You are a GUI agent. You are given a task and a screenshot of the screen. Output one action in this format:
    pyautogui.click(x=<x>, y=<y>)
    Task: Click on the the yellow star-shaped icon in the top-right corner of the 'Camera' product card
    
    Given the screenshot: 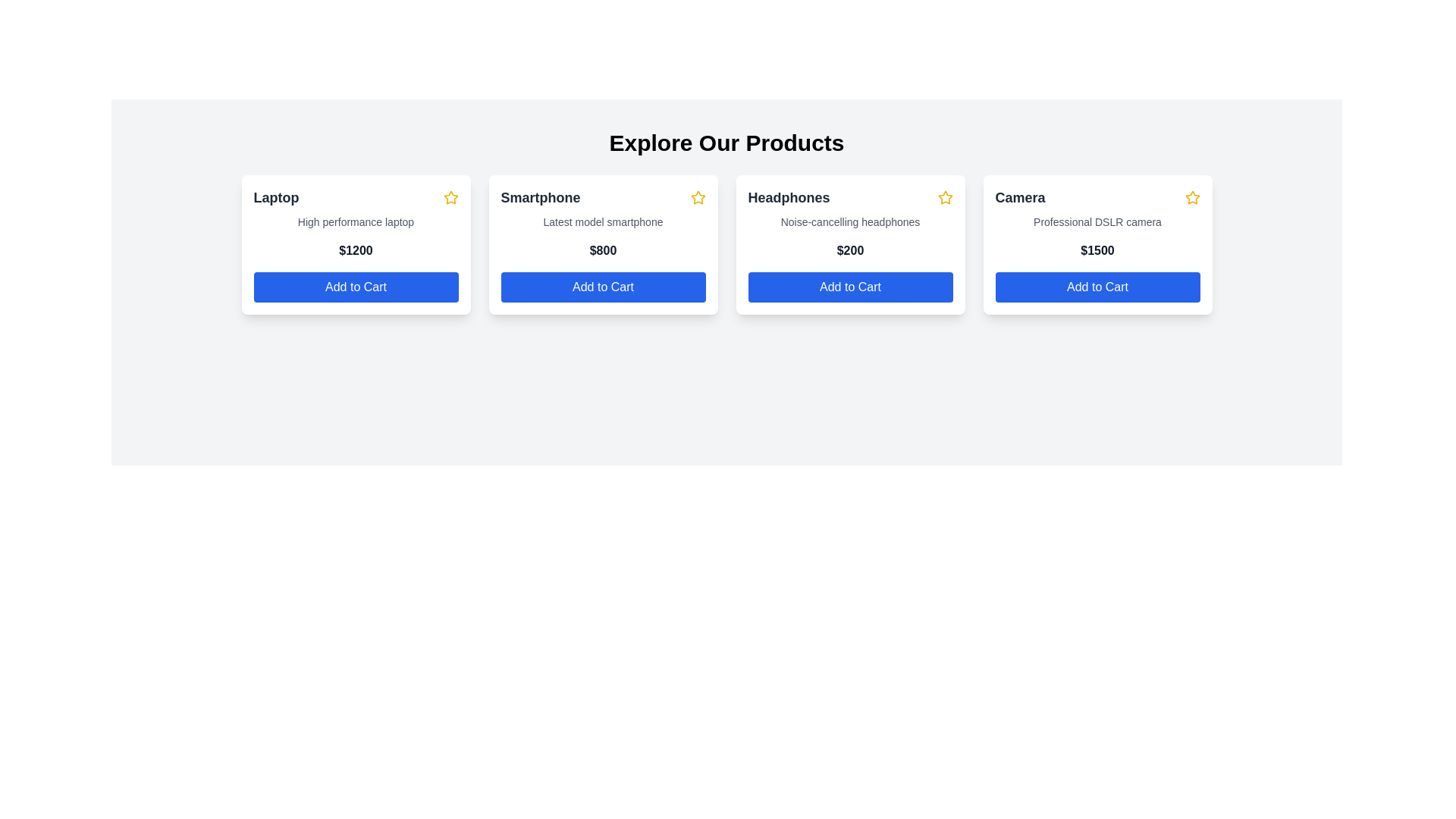 What is the action you would take?
    pyautogui.click(x=1191, y=197)
    